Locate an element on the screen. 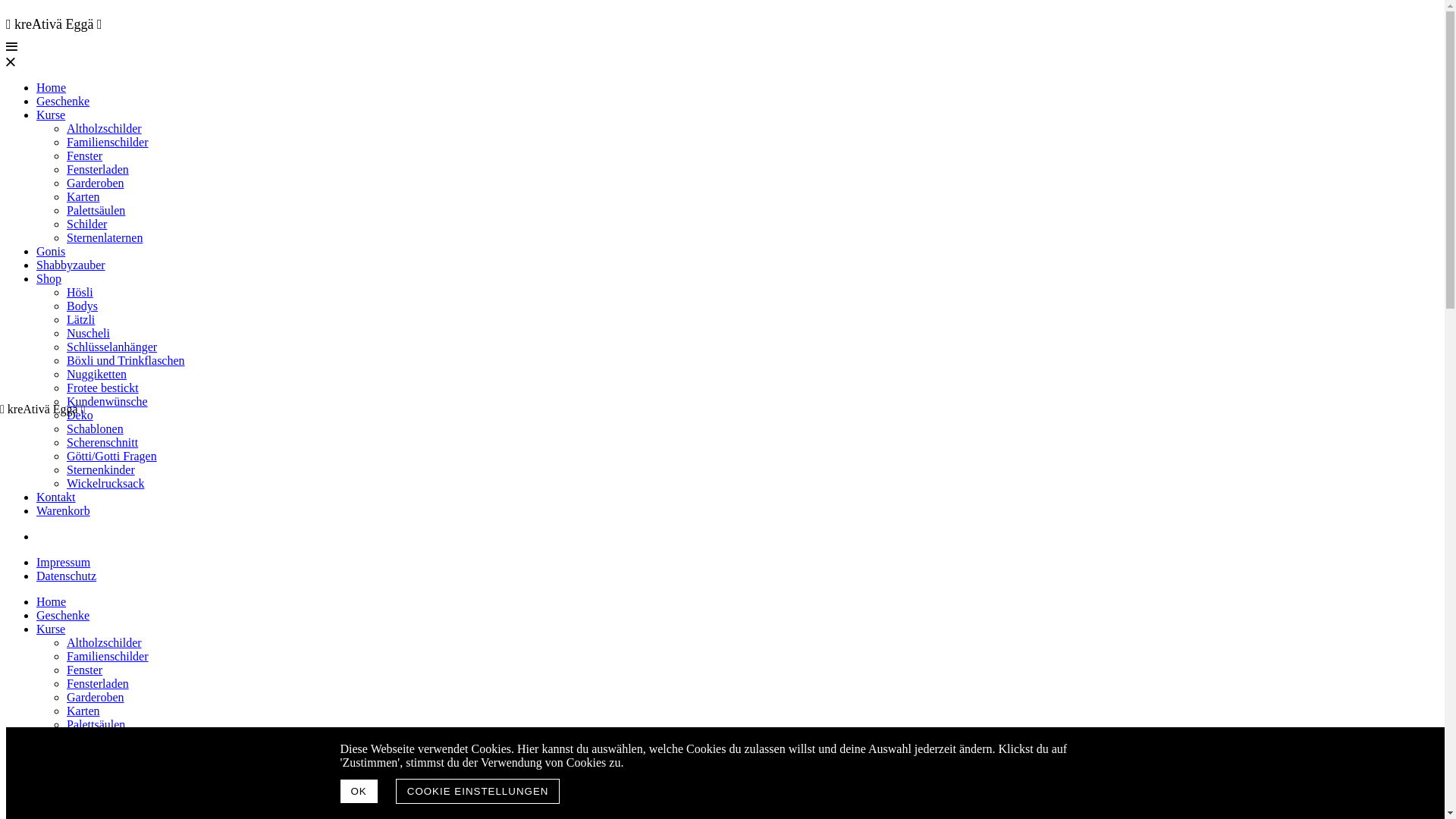  'Karten' is located at coordinates (65, 711).